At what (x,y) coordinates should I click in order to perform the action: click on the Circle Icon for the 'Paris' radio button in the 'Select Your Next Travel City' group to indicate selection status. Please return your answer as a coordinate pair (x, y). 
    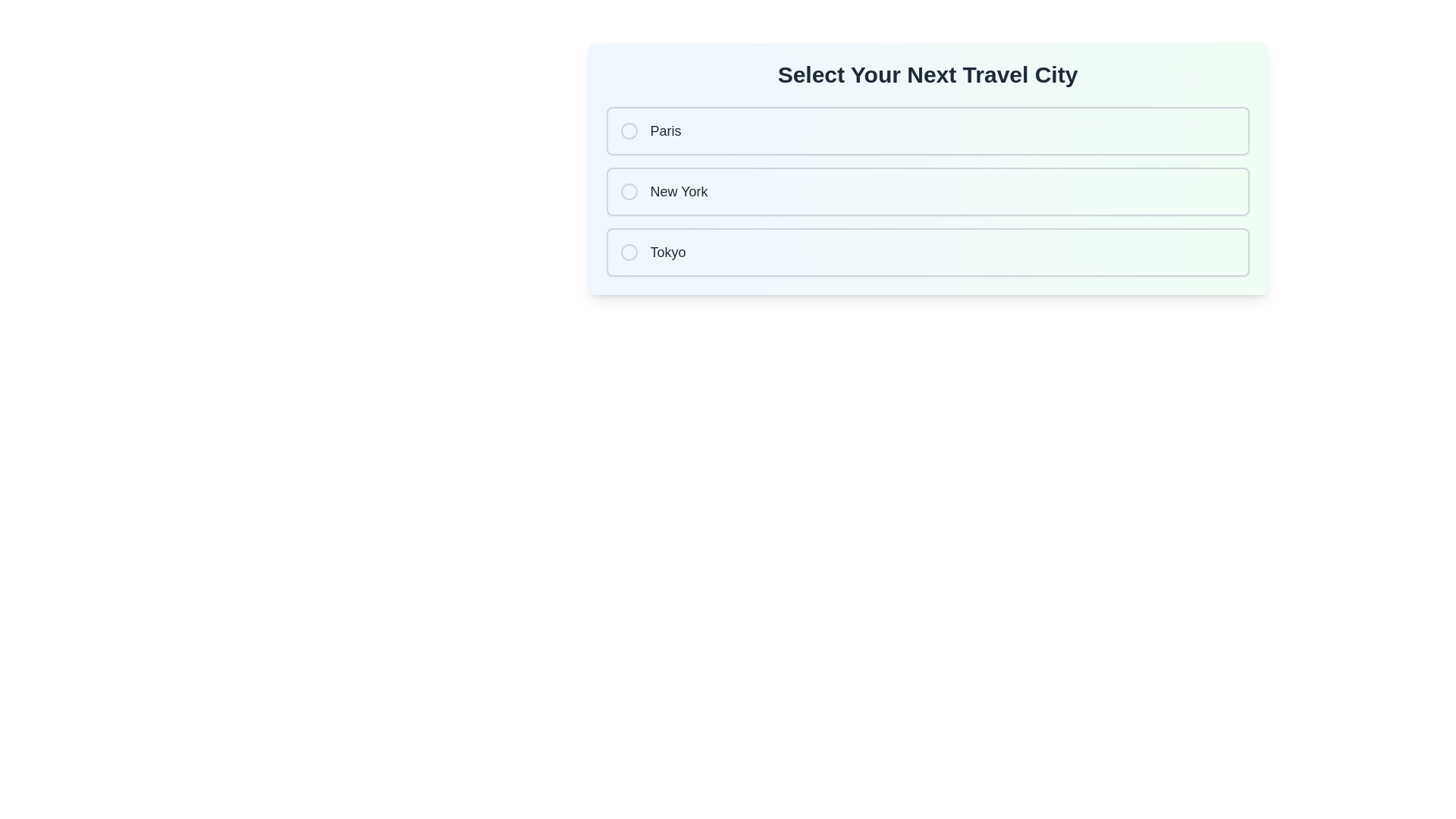
    Looking at the image, I should click on (629, 130).